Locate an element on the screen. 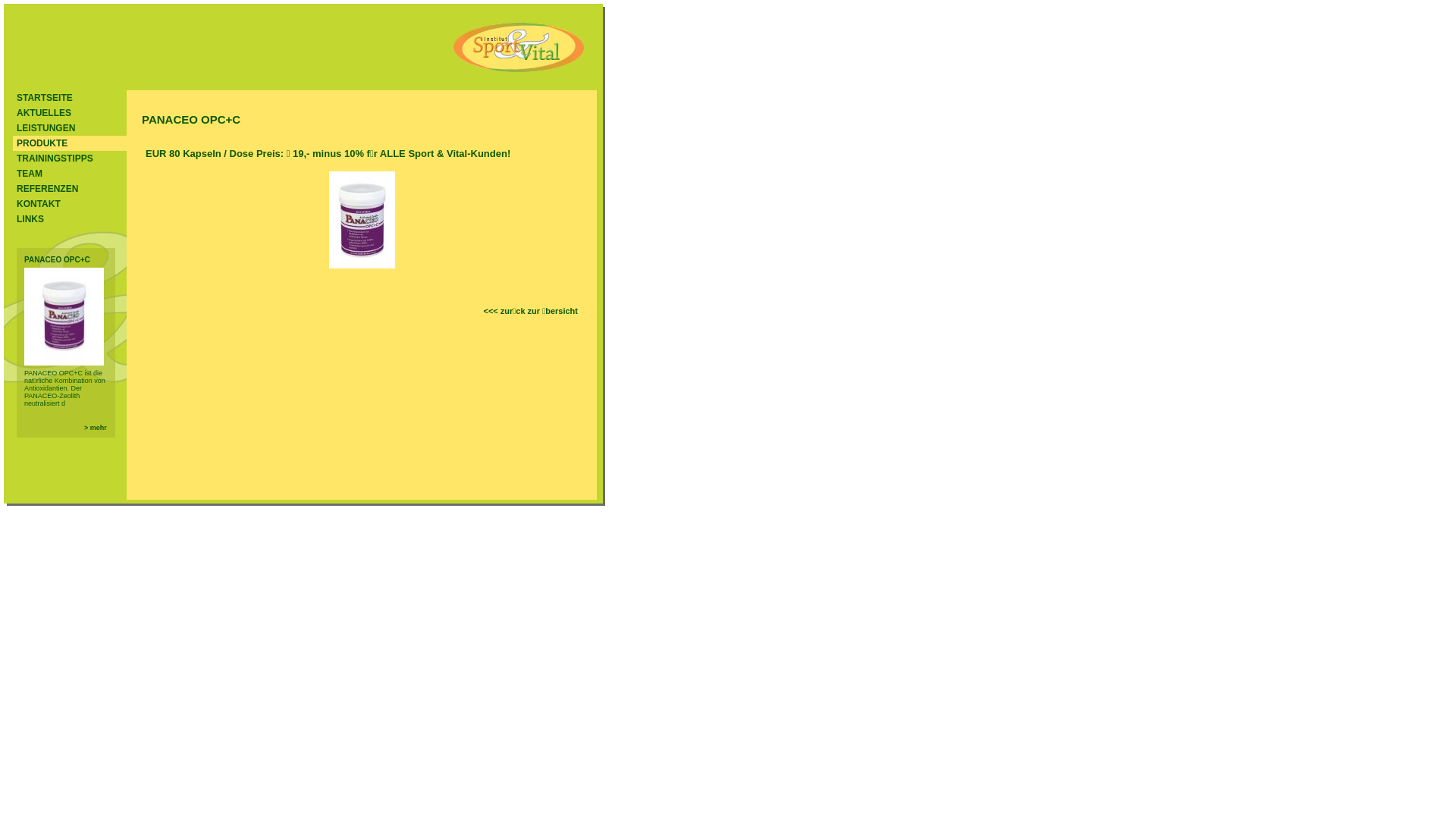 The height and width of the screenshot is (819, 1456). 'LEISTUNGEN' is located at coordinates (68, 127).